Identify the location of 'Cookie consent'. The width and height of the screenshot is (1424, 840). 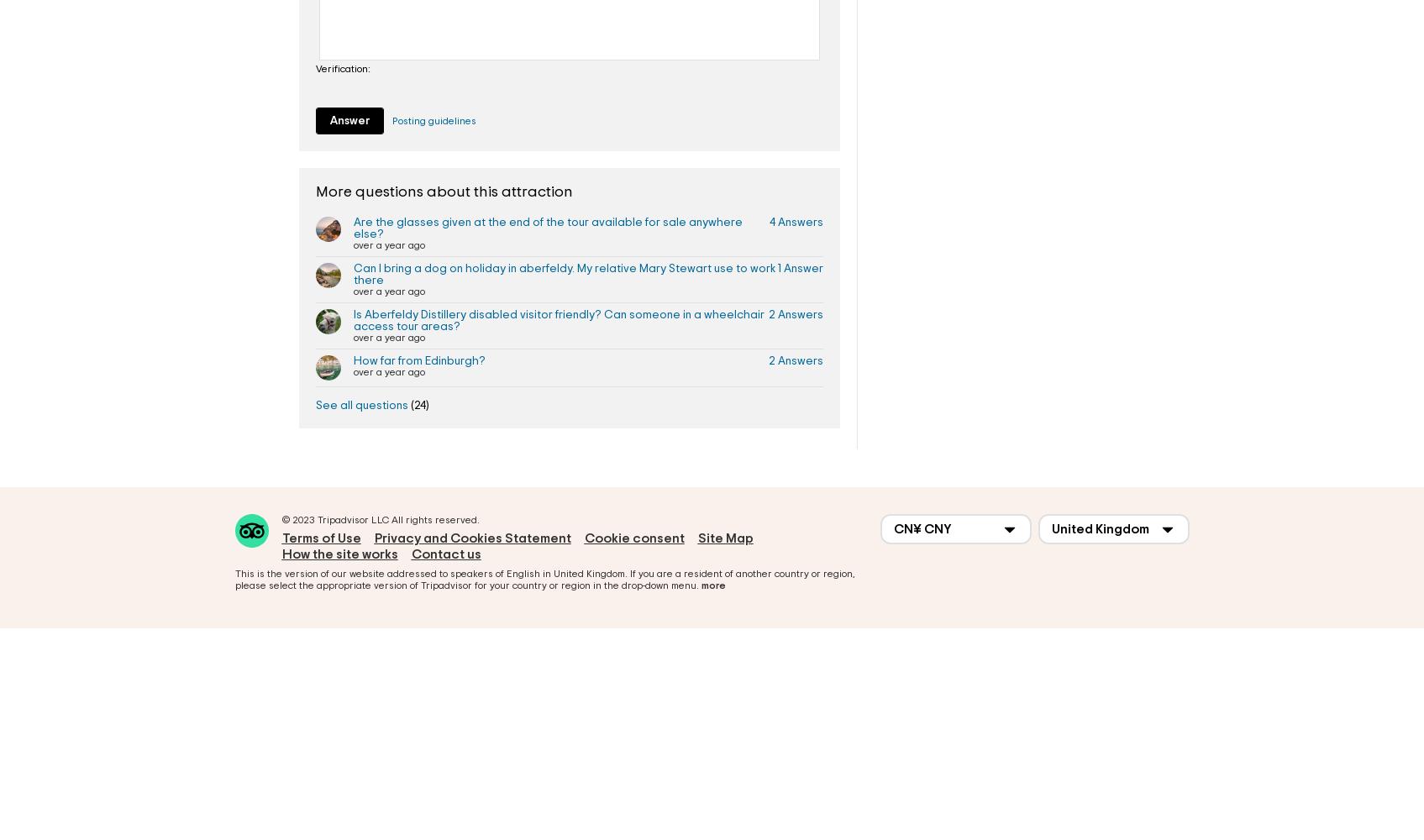
(583, 538).